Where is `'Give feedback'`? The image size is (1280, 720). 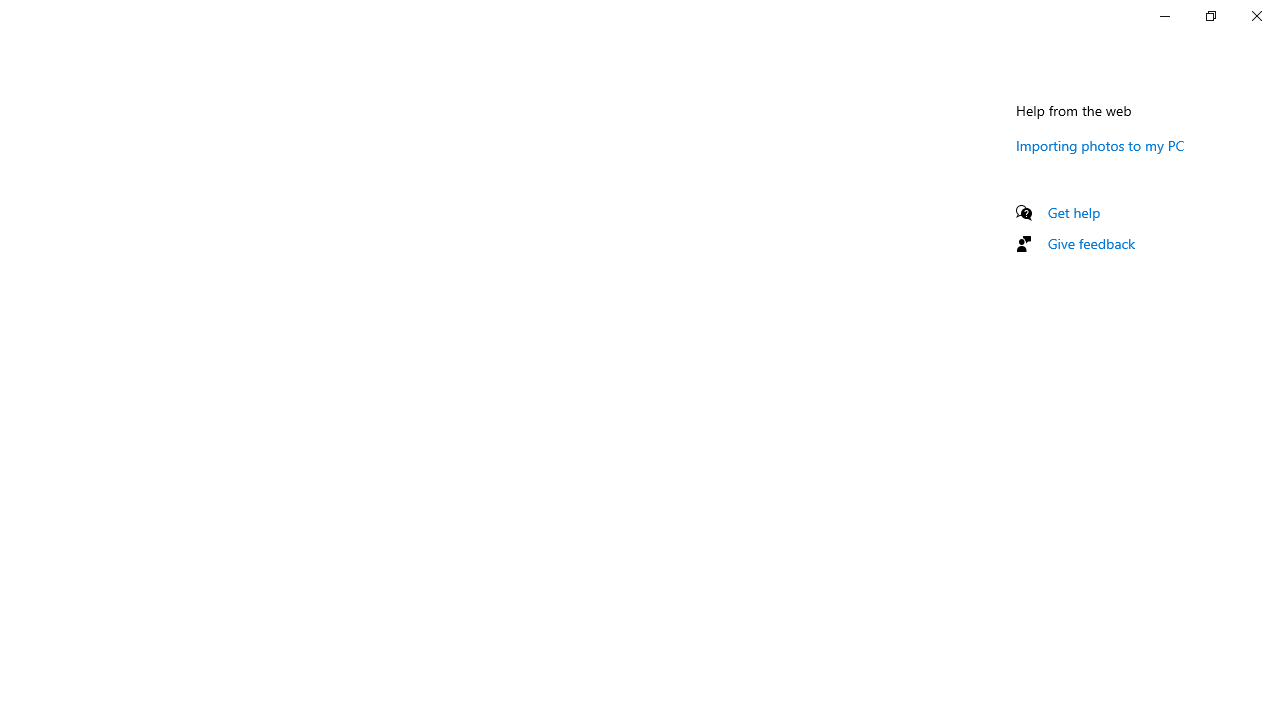
'Give feedback' is located at coordinates (1090, 242).